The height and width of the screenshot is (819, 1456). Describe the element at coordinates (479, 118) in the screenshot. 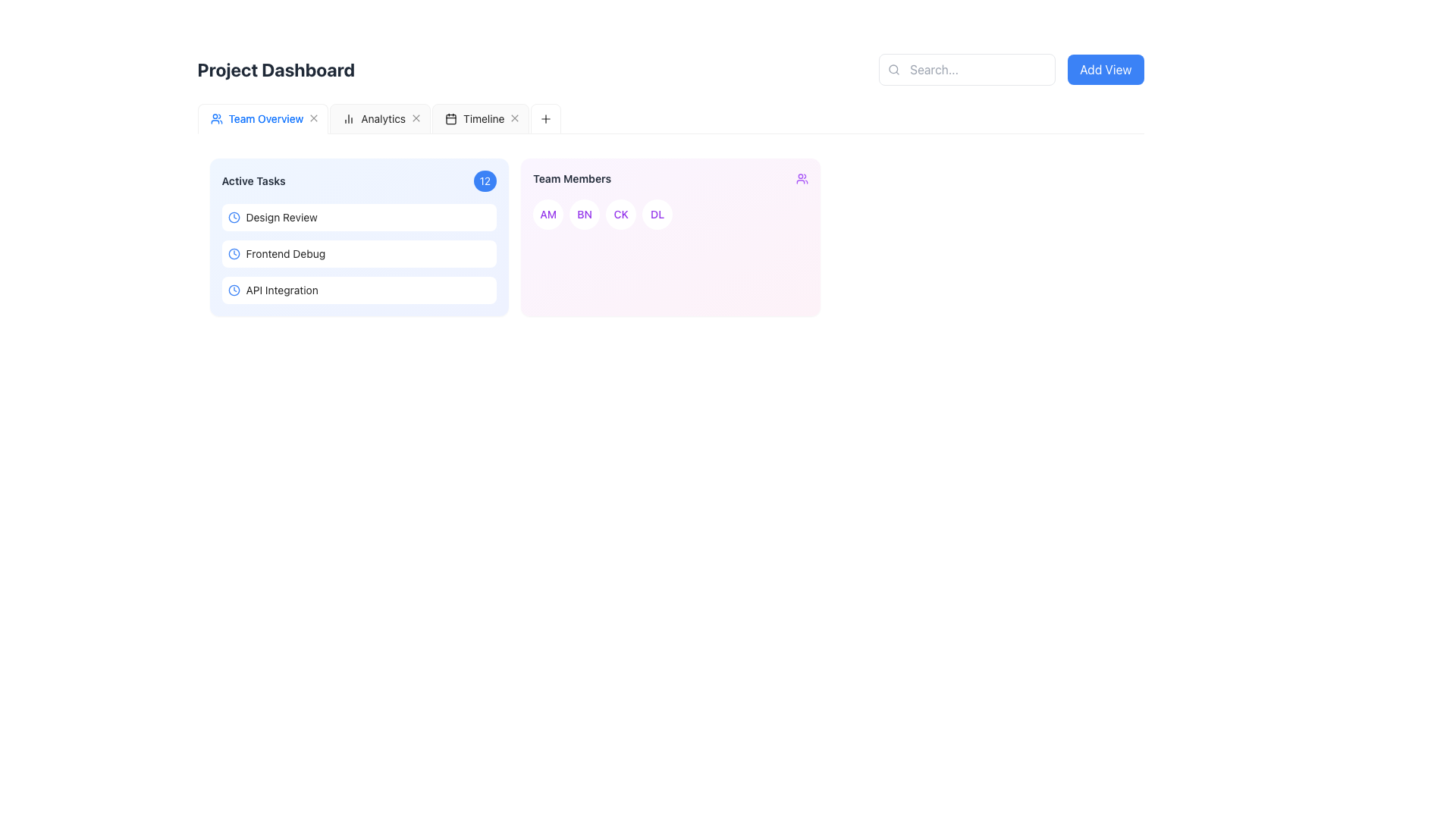

I see `the close button on the third navigational tab in the horizontal navigation bar` at that location.